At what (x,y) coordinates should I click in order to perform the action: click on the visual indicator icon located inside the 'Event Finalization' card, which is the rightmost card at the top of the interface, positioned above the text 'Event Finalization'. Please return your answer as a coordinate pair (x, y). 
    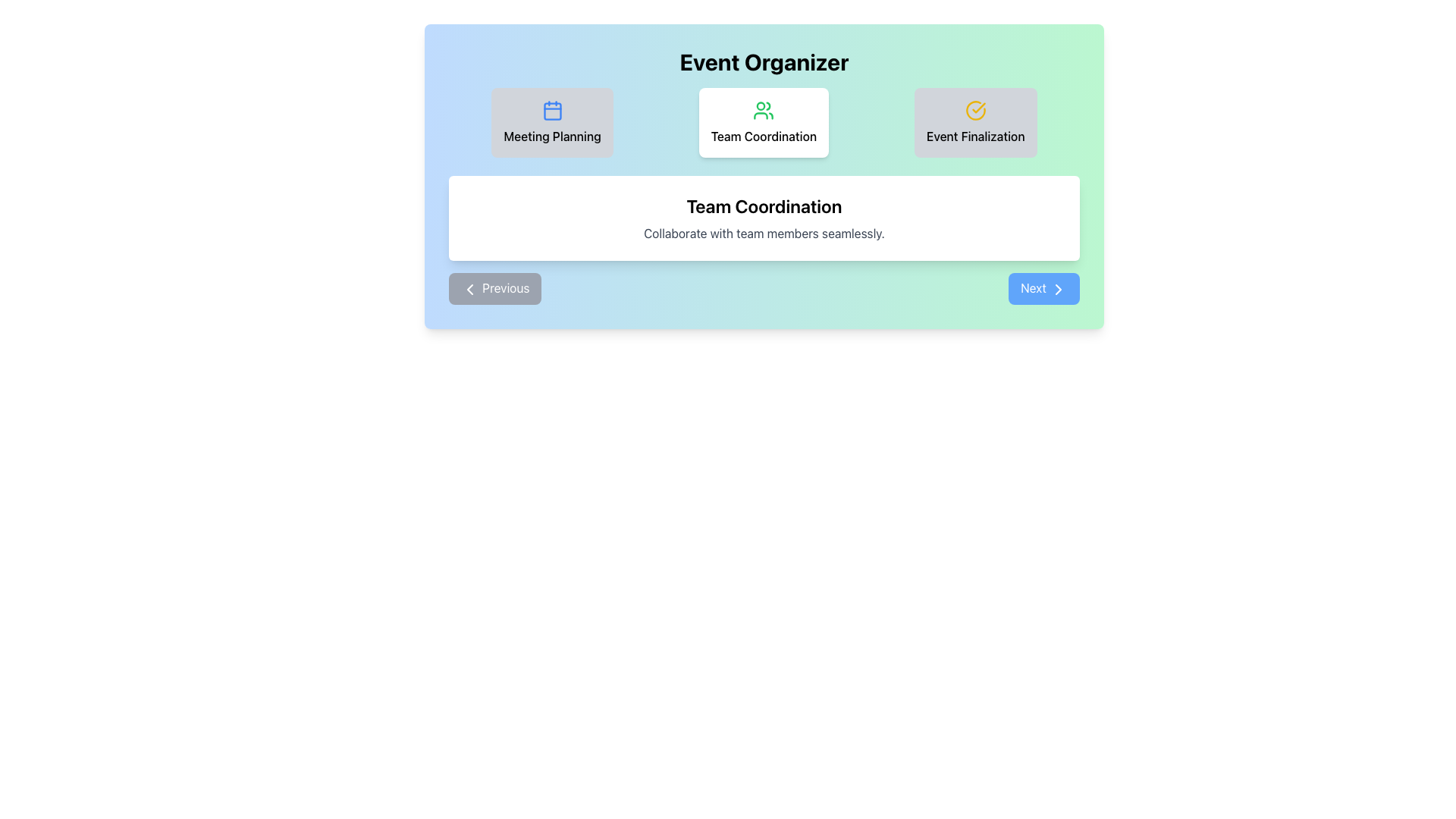
    Looking at the image, I should click on (975, 110).